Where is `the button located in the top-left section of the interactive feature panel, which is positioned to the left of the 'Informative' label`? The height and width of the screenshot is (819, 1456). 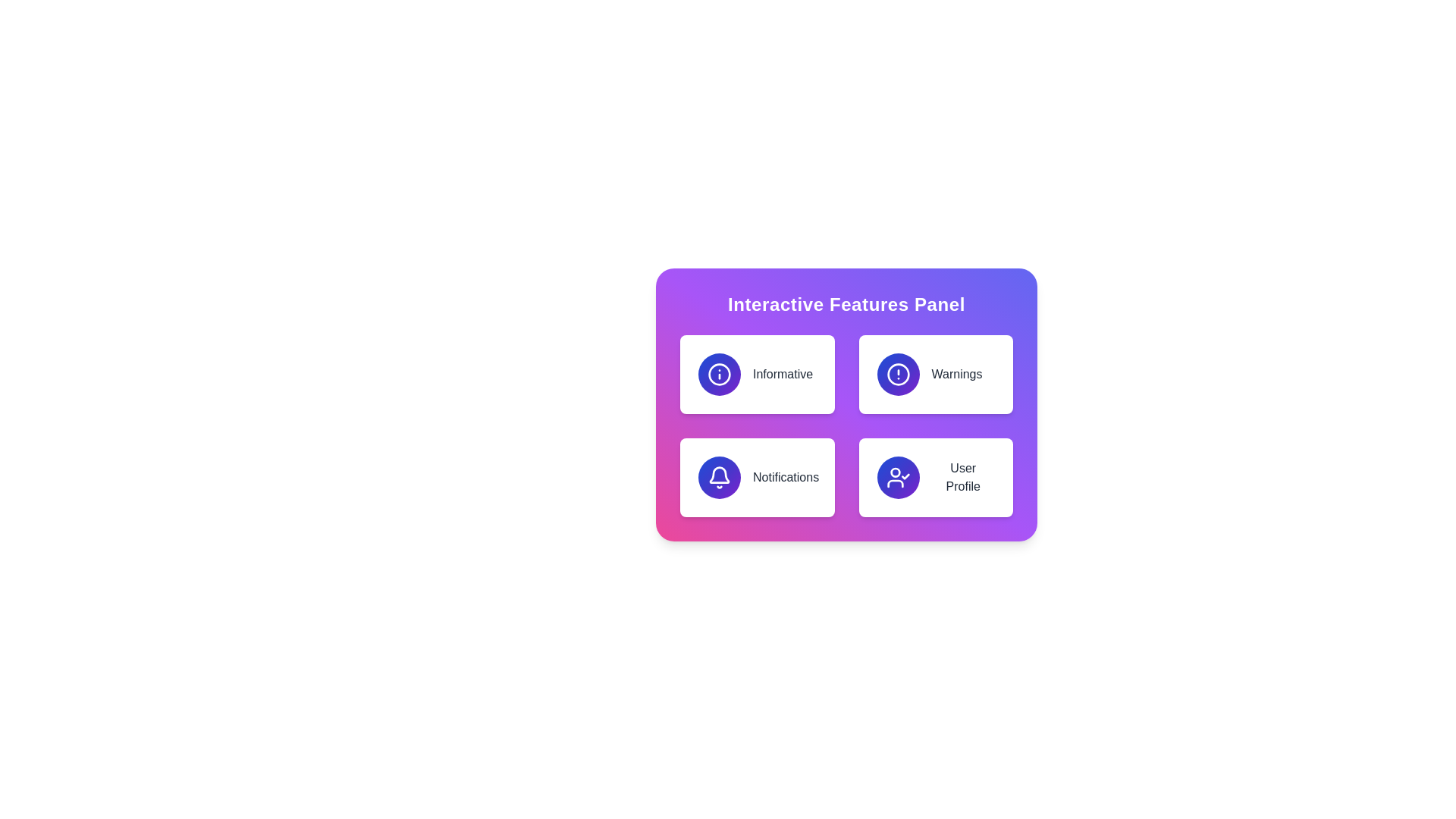 the button located in the top-left section of the interactive feature panel, which is positioned to the left of the 'Informative' label is located at coordinates (719, 374).